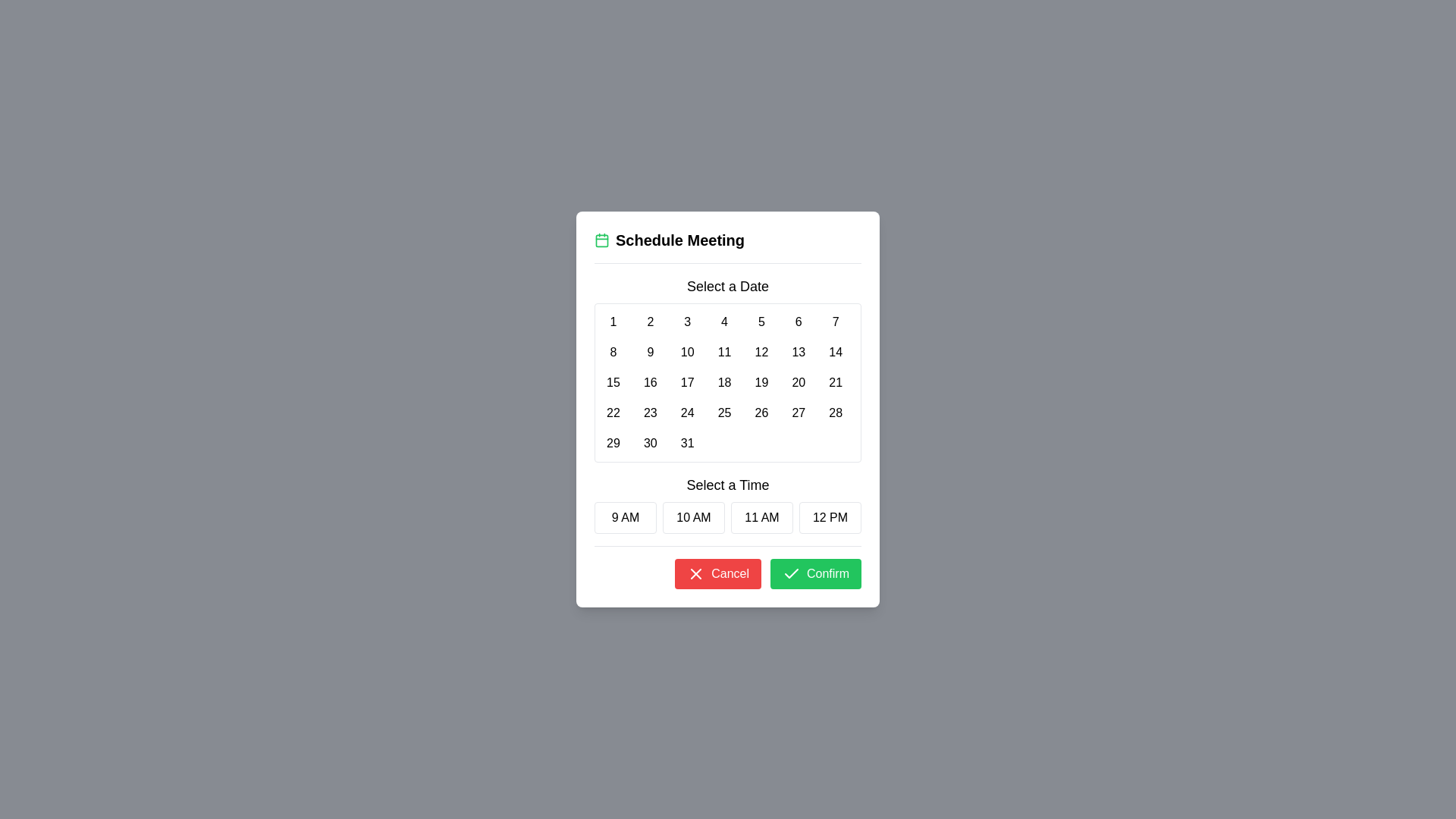 This screenshot has width=1456, height=819. What do you see at coordinates (835, 413) in the screenshot?
I see `the small square button containing the number '28' to observe its hover effect, which changes the background to light blue` at bounding box center [835, 413].